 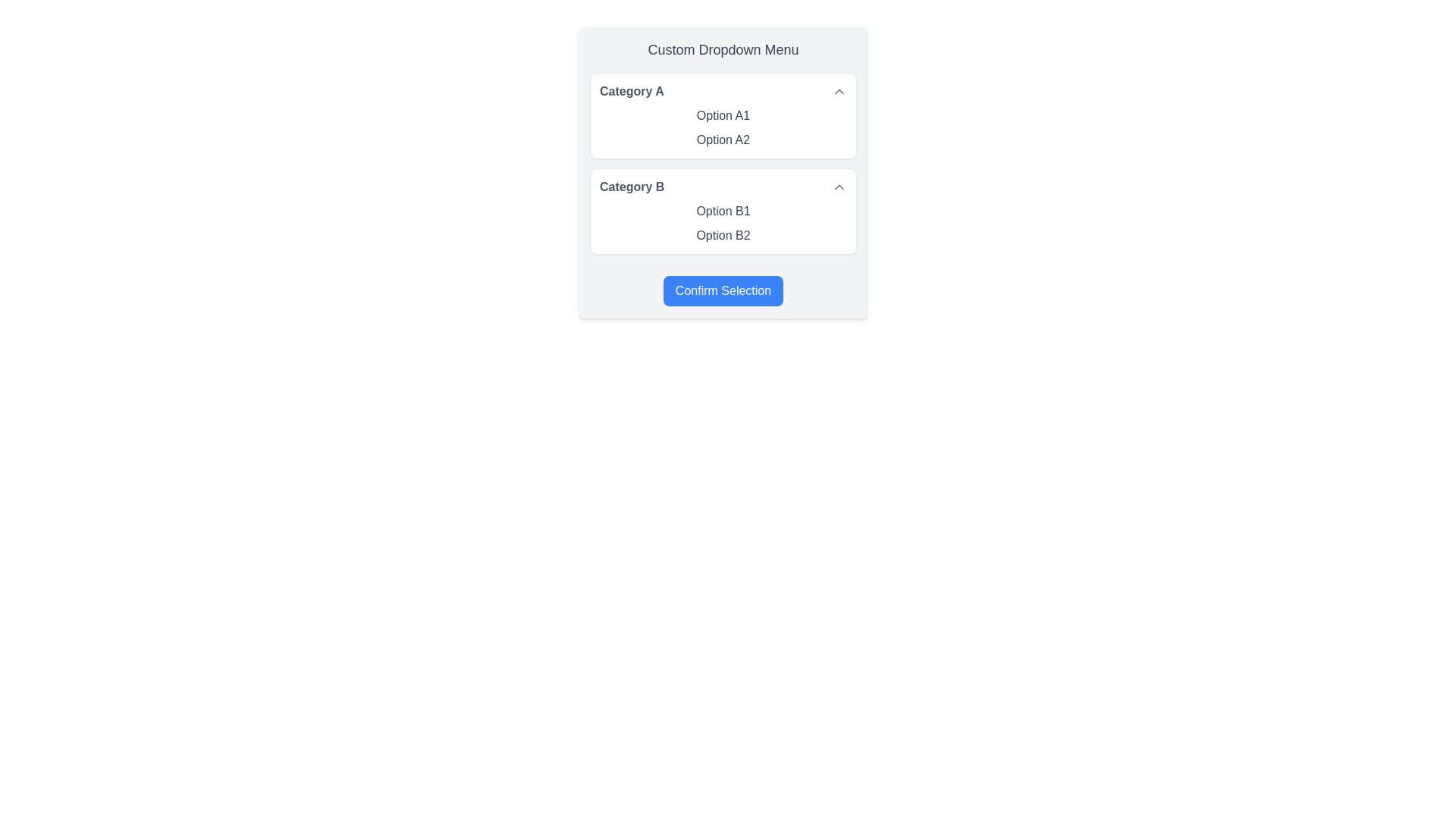 I want to click on the 'Option B1' item within the List of textual items under the 'Category B' section, so click(x=723, y=223).